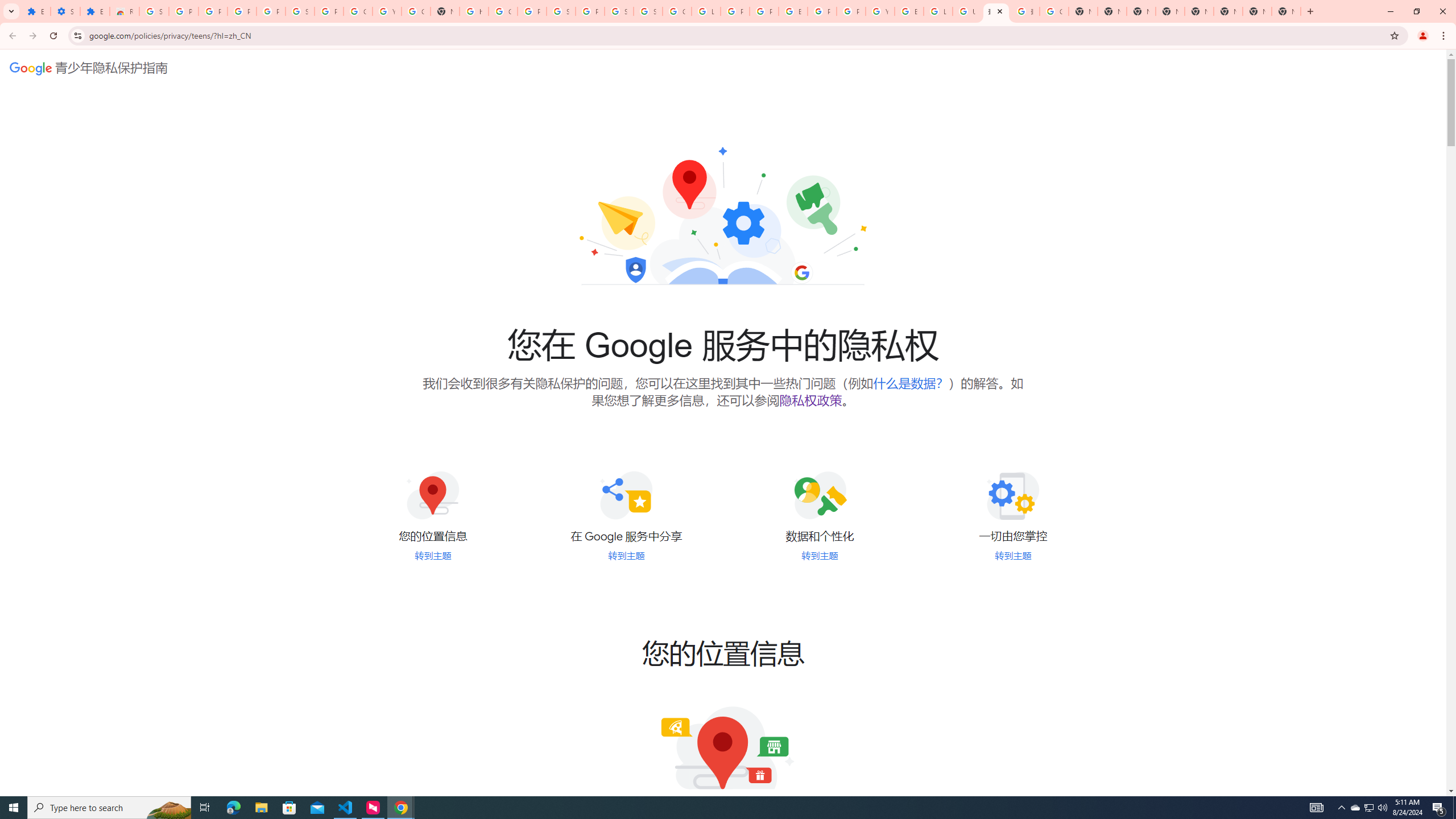 Image resolution: width=1456 pixels, height=819 pixels. Describe the element at coordinates (734, 11) in the screenshot. I see `'Privacy Help Center - Policies Help'` at that location.